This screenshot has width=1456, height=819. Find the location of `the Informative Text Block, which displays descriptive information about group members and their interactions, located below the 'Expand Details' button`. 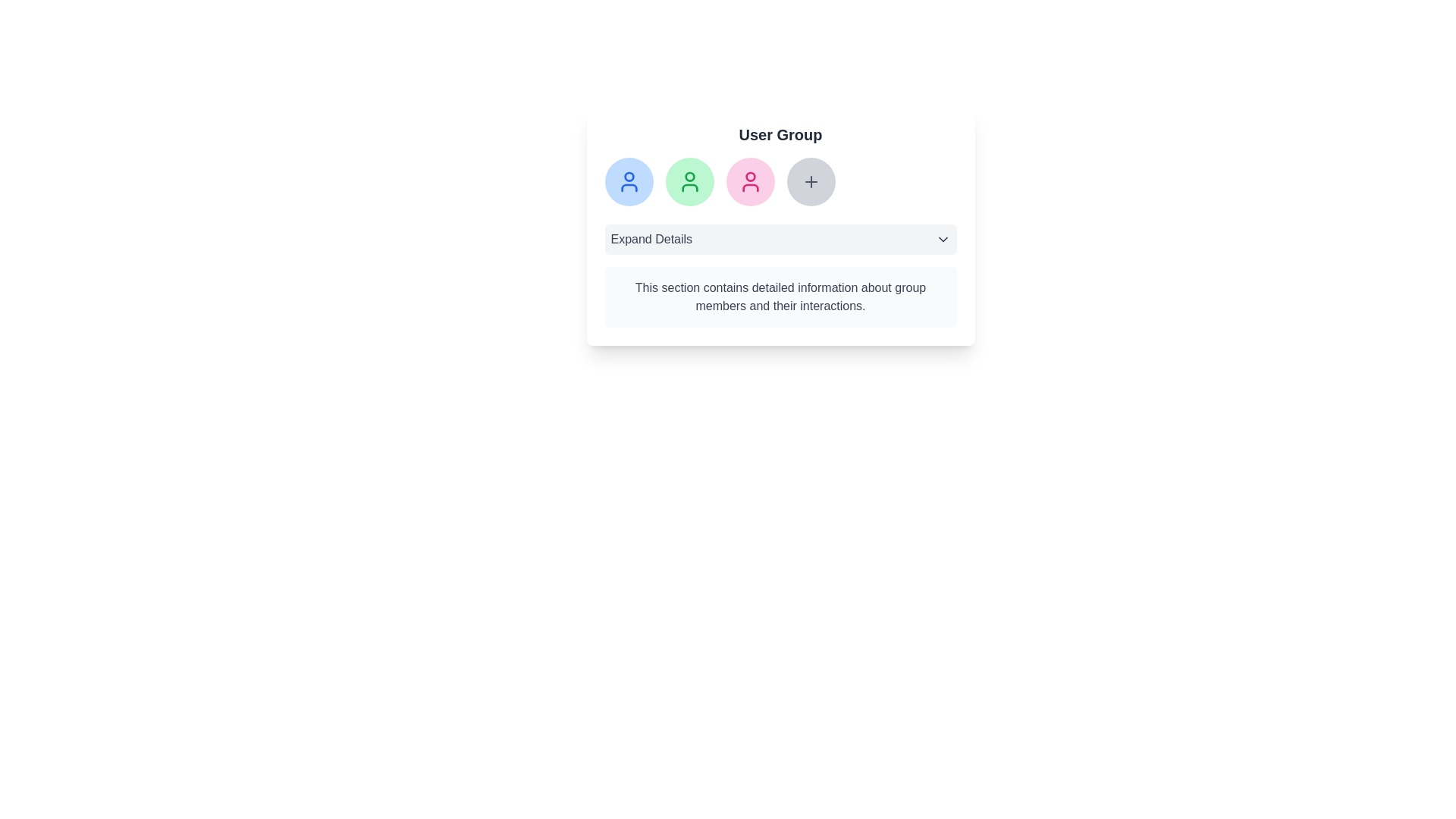

the Informative Text Block, which displays descriptive information about group members and their interactions, located below the 'Expand Details' button is located at coordinates (780, 297).